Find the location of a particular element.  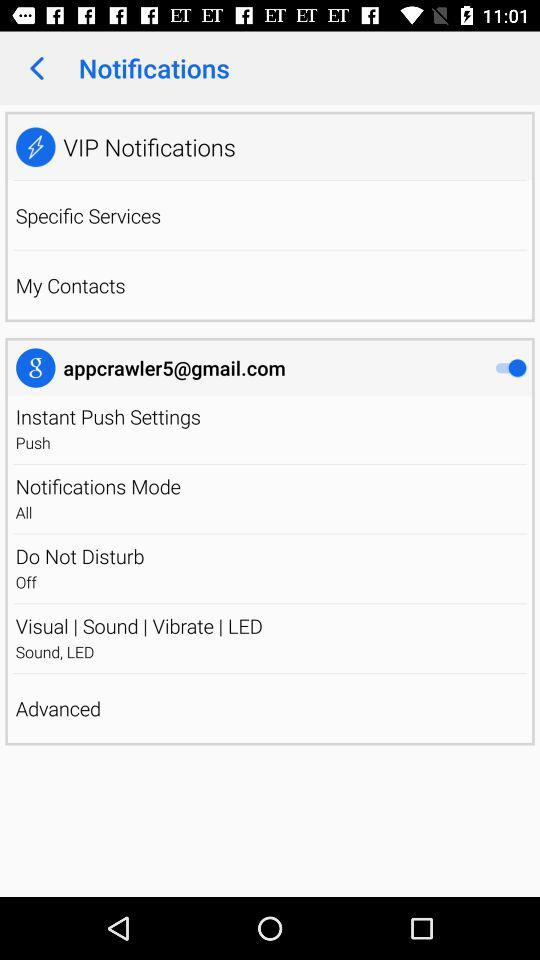

item above specific services icon is located at coordinates (270, 179).